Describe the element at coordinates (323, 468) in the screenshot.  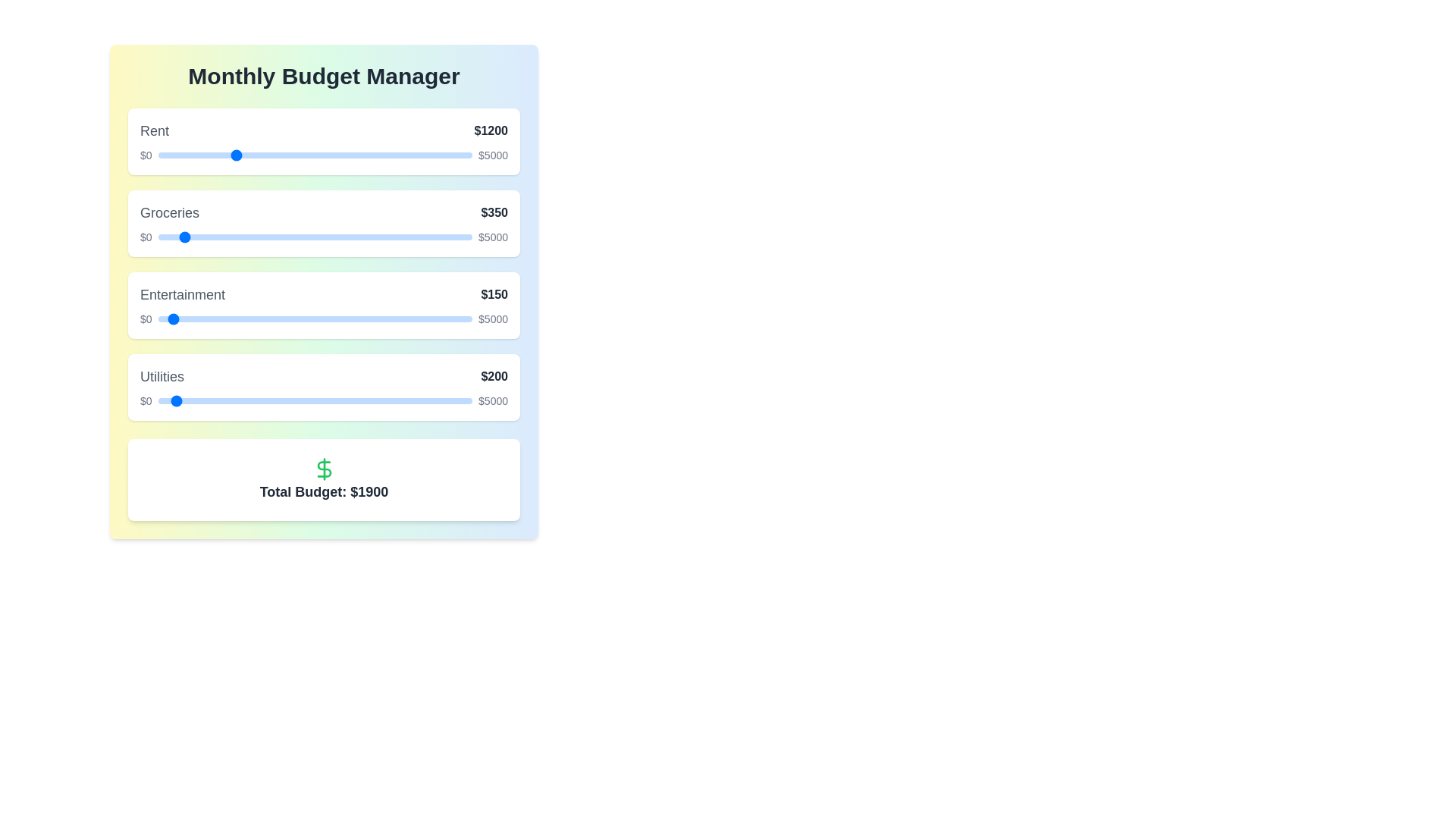
I see `the curved lines forming the top and bottom parts of the green dollar sign icon located in the budget summary box` at that location.